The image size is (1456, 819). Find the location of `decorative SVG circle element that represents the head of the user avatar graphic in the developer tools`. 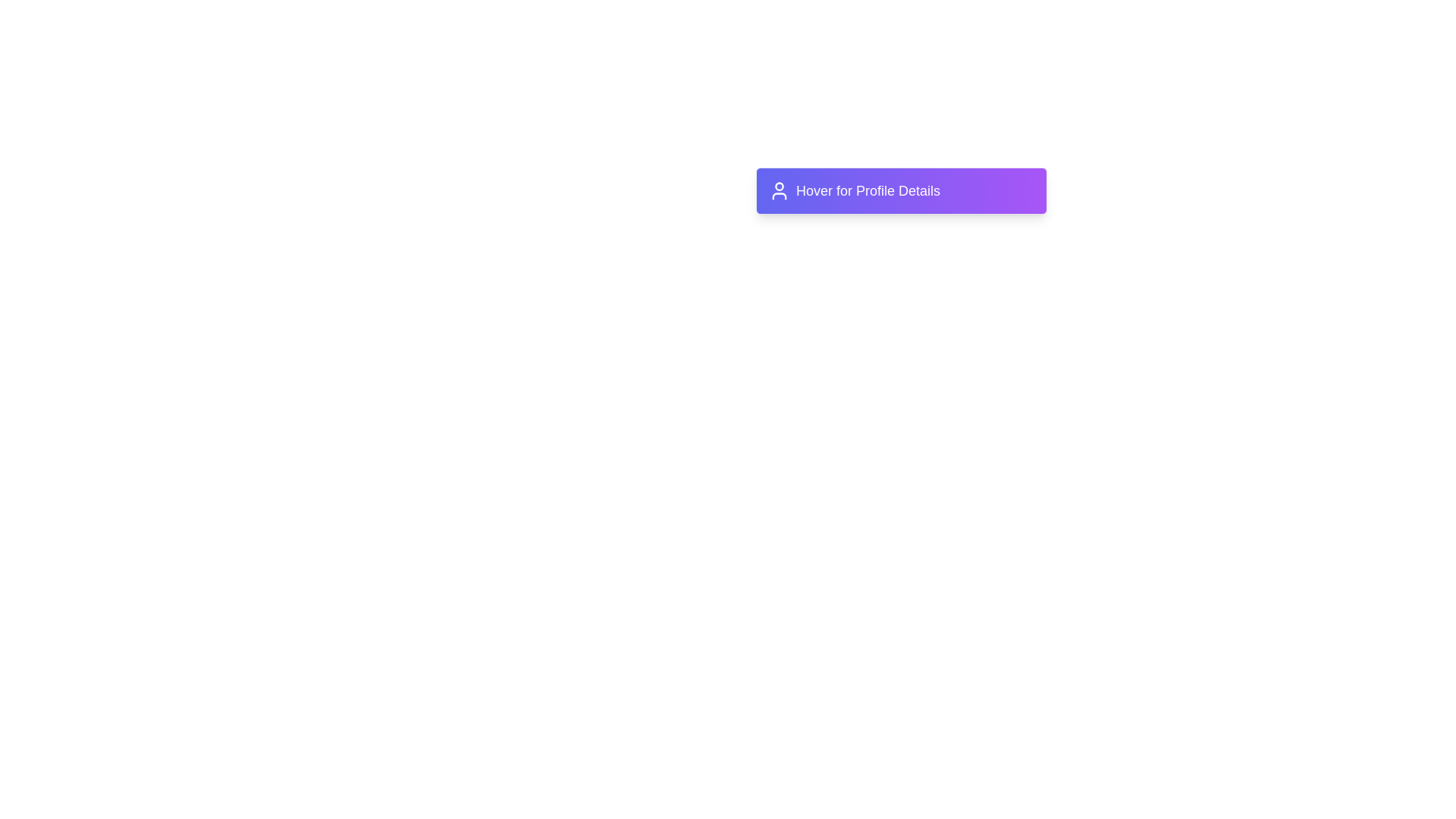

decorative SVG circle element that represents the head of the user avatar graphic in the developer tools is located at coordinates (779, 186).